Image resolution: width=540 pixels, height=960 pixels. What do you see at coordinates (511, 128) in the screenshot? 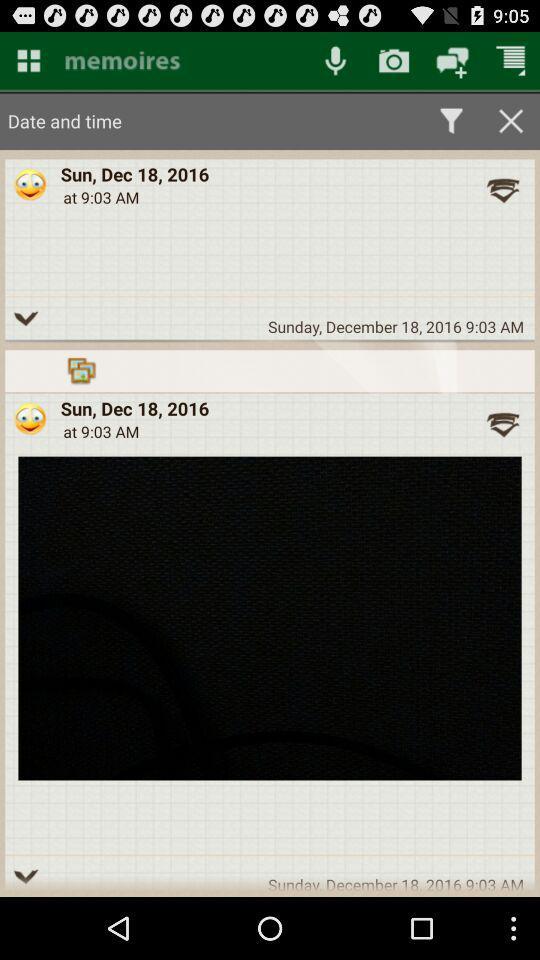
I see `the close icon` at bounding box center [511, 128].